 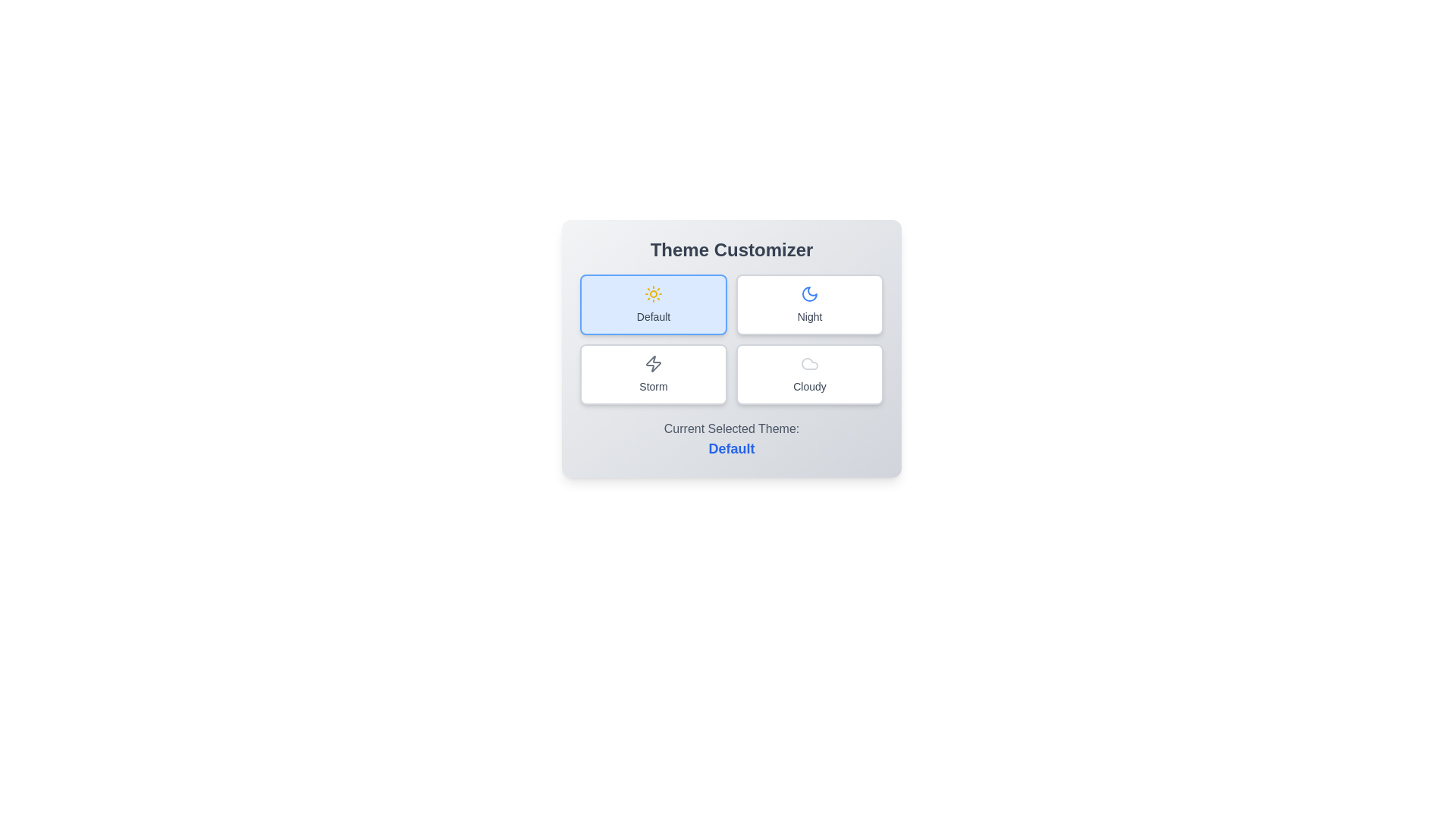 What do you see at coordinates (654, 374) in the screenshot?
I see `the theme Storm by clicking on its corresponding button` at bounding box center [654, 374].